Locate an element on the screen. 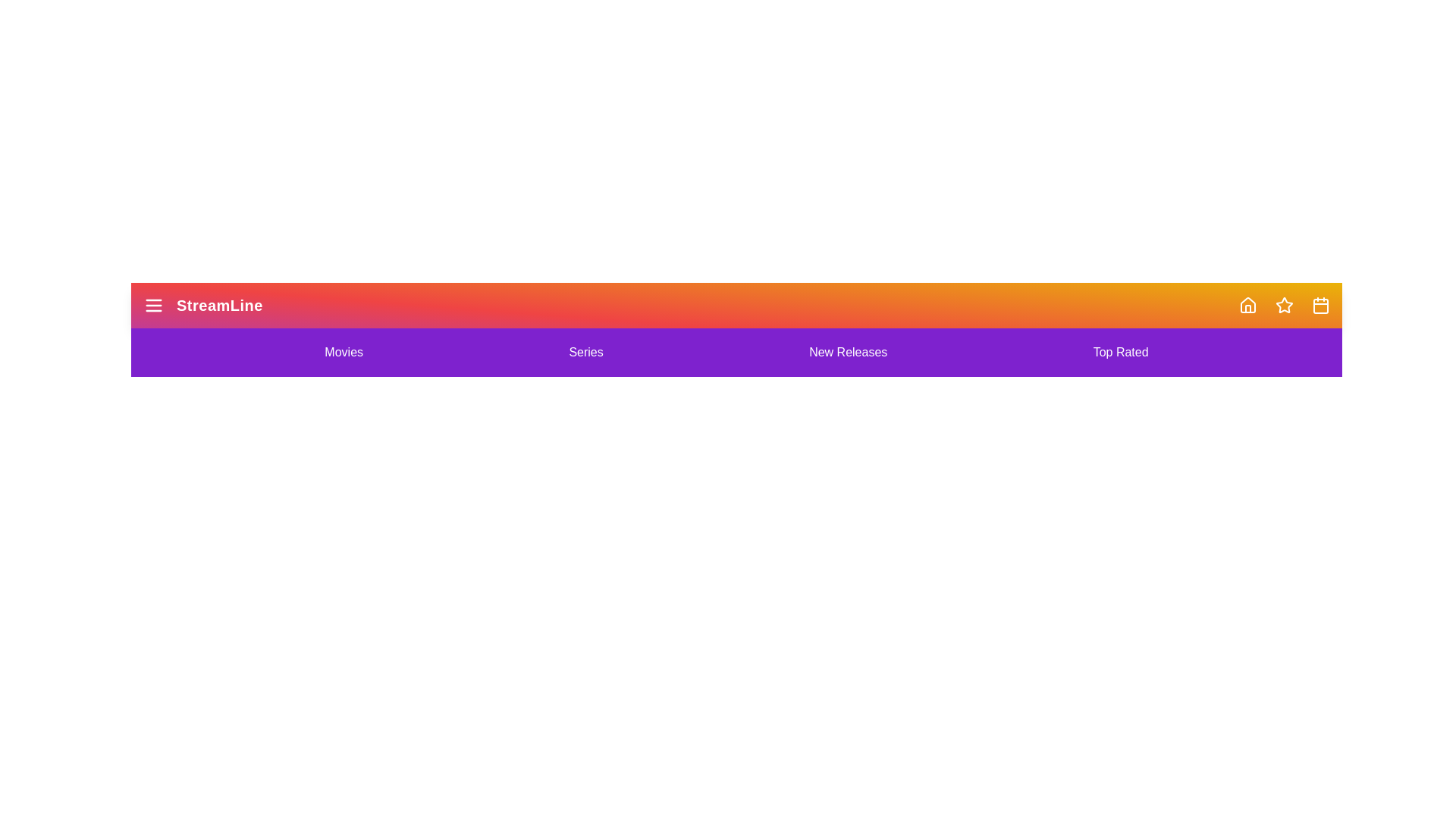 The image size is (1456, 819). the navigation icon corresponding to Calendar is located at coordinates (1320, 305).